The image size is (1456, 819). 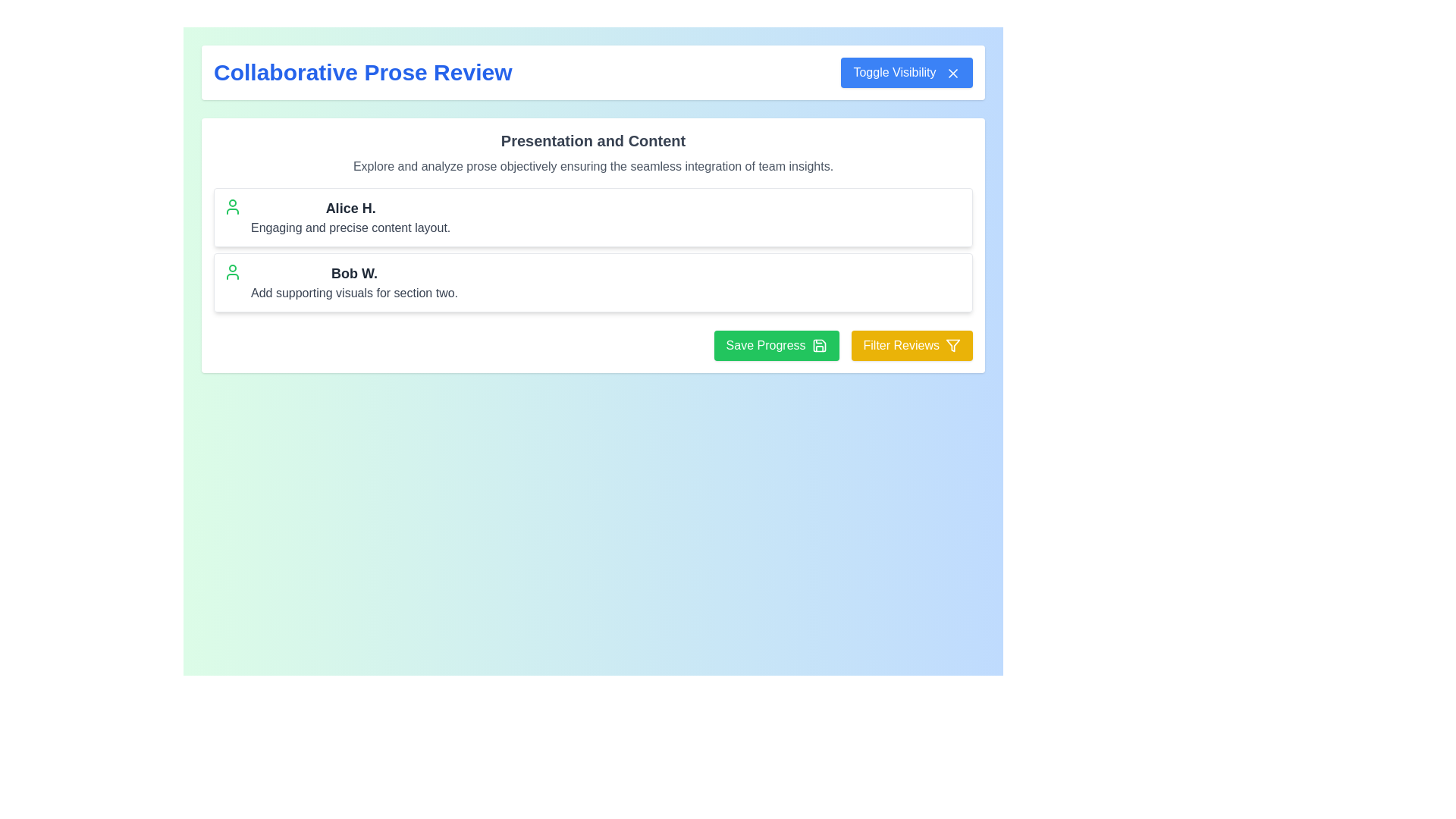 I want to click on the static text element that contains the phrase 'Explore and analyze prose objectively ensuring the seamless integration of team insights.' located under the bold label 'Presentation and Content', so click(x=592, y=166).